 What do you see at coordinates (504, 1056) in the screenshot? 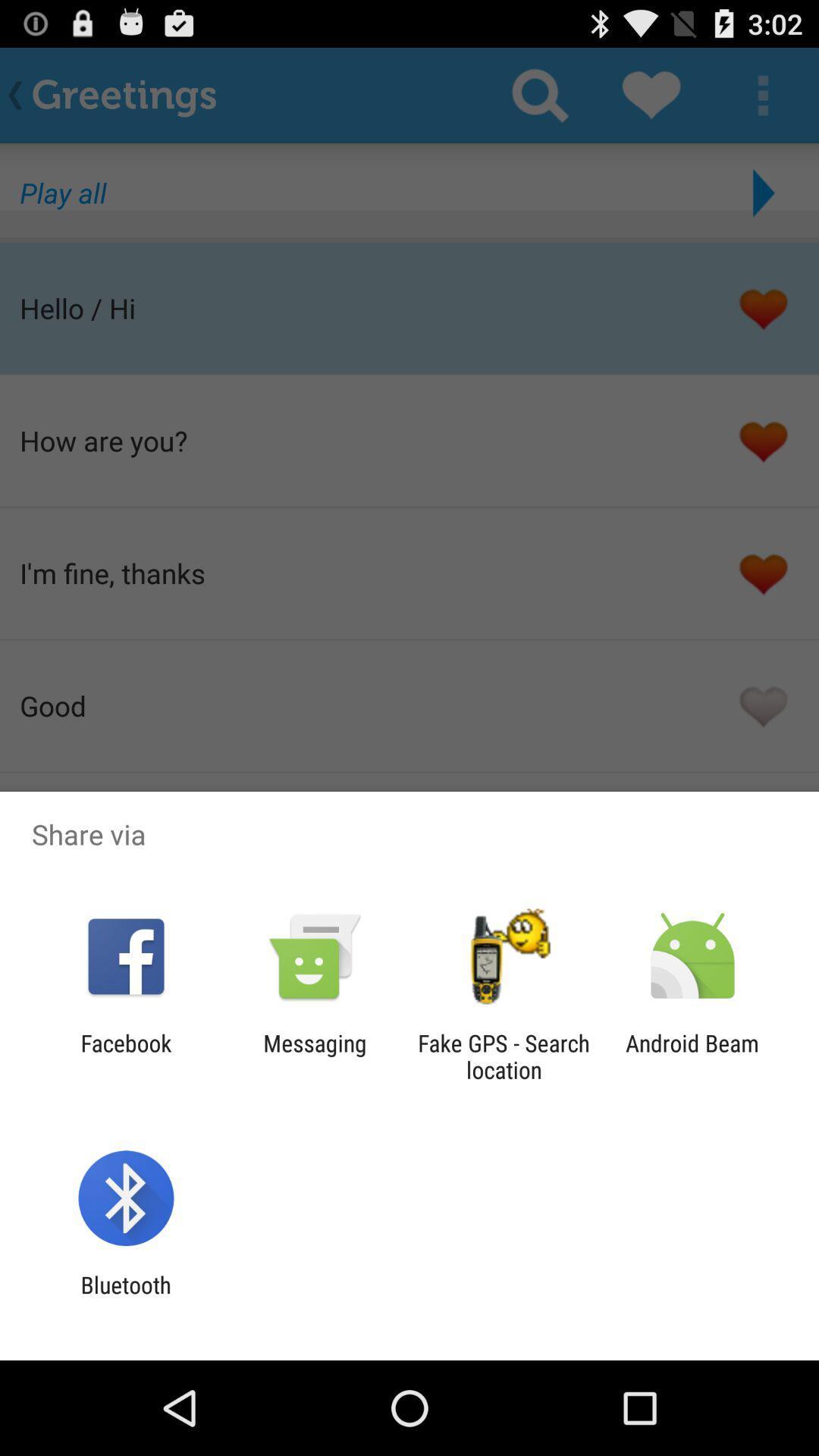
I see `the icon next to the android beam icon` at bounding box center [504, 1056].